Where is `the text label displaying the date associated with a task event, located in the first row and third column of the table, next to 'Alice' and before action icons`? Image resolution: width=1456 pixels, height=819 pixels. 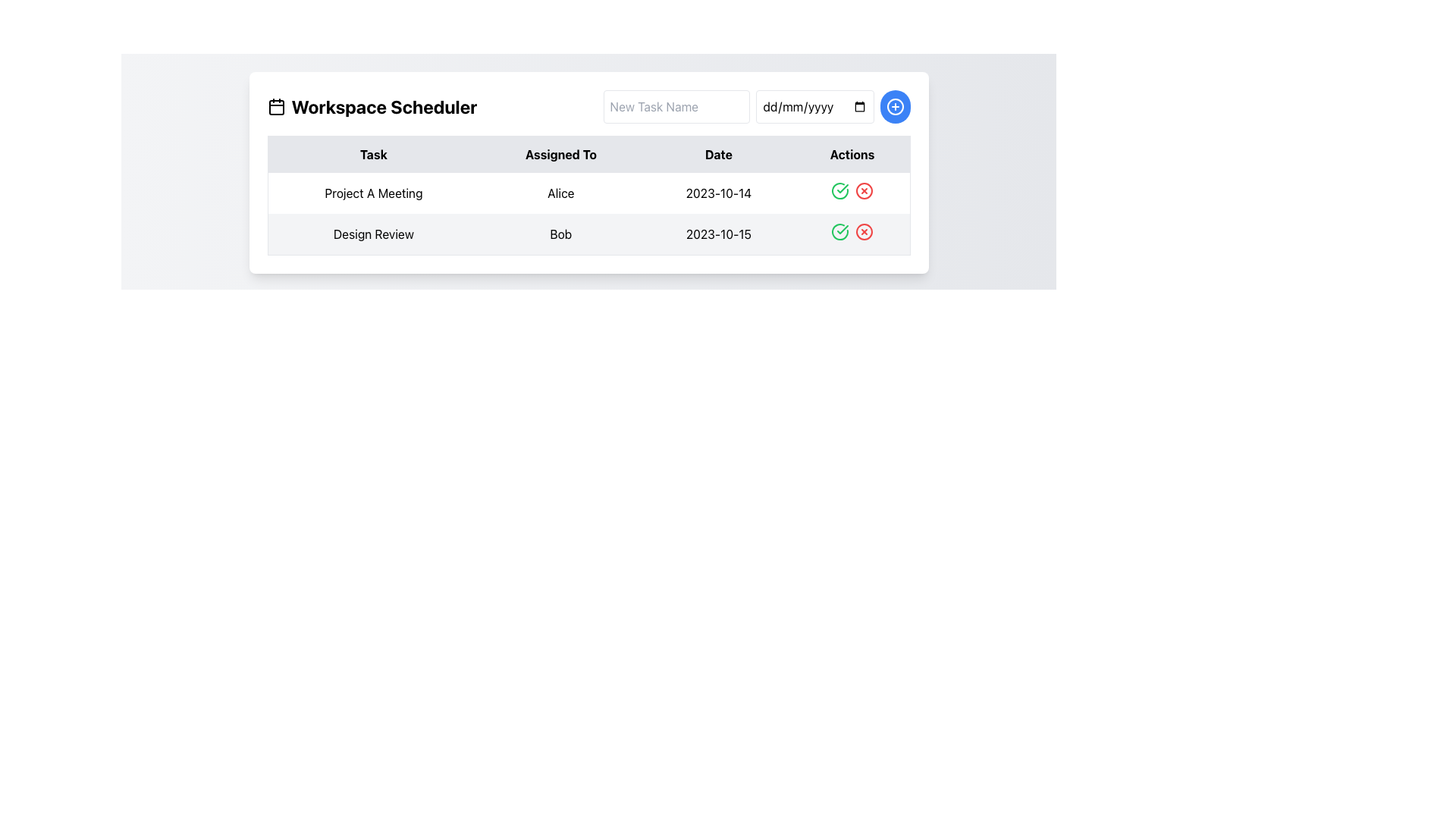 the text label displaying the date associated with a task event, located in the first row and third column of the table, next to 'Alice' and before action icons is located at coordinates (717, 192).